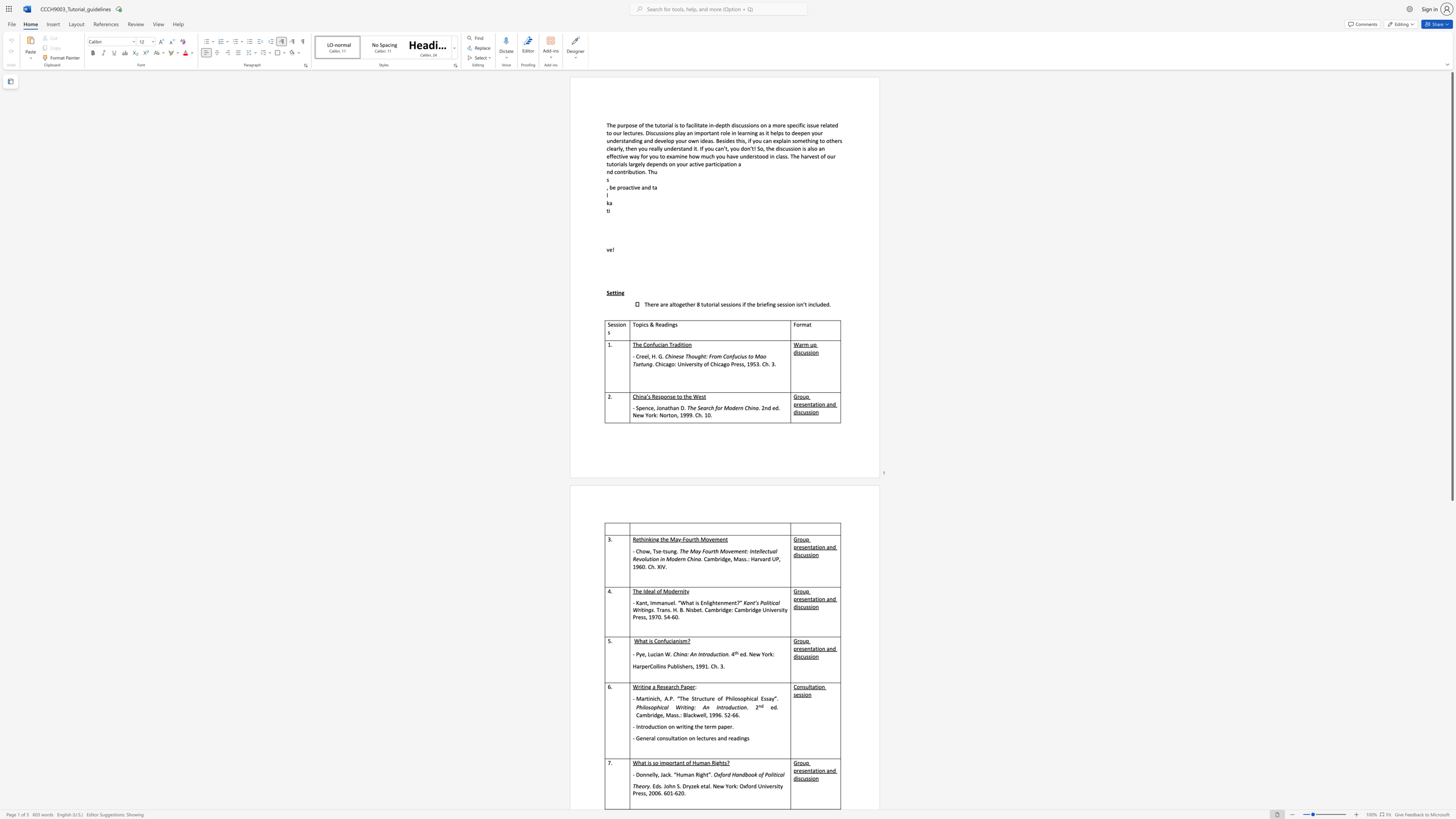 The height and width of the screenshot is (819, 1456). What do you see at coordinates (1451, 541) in the screenshot?
I see `the scrollbar on the right` at bounding box center [1451, 541].